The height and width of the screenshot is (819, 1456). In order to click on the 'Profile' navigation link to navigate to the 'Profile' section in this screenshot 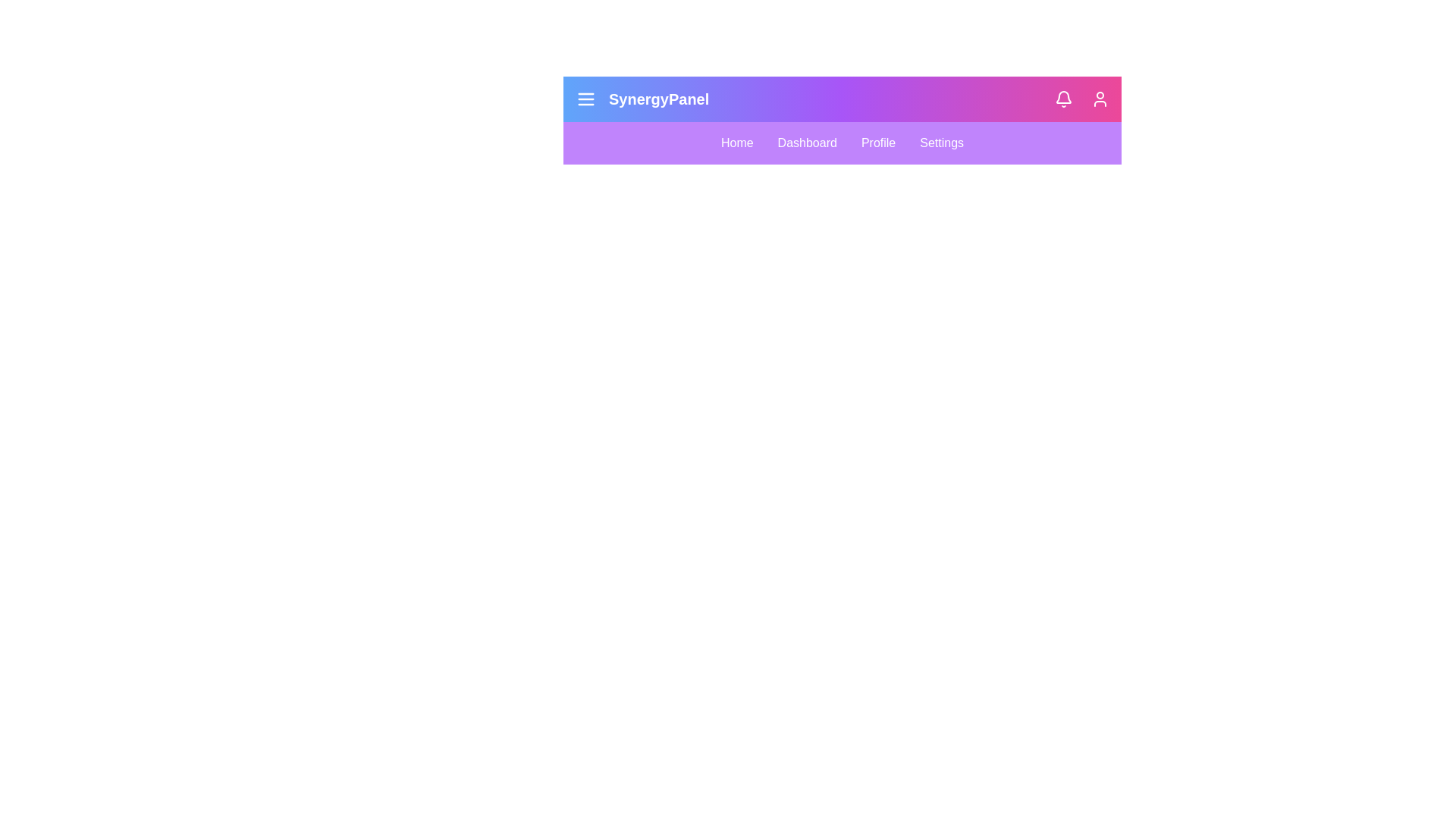, I will do `click(877, 143)`.